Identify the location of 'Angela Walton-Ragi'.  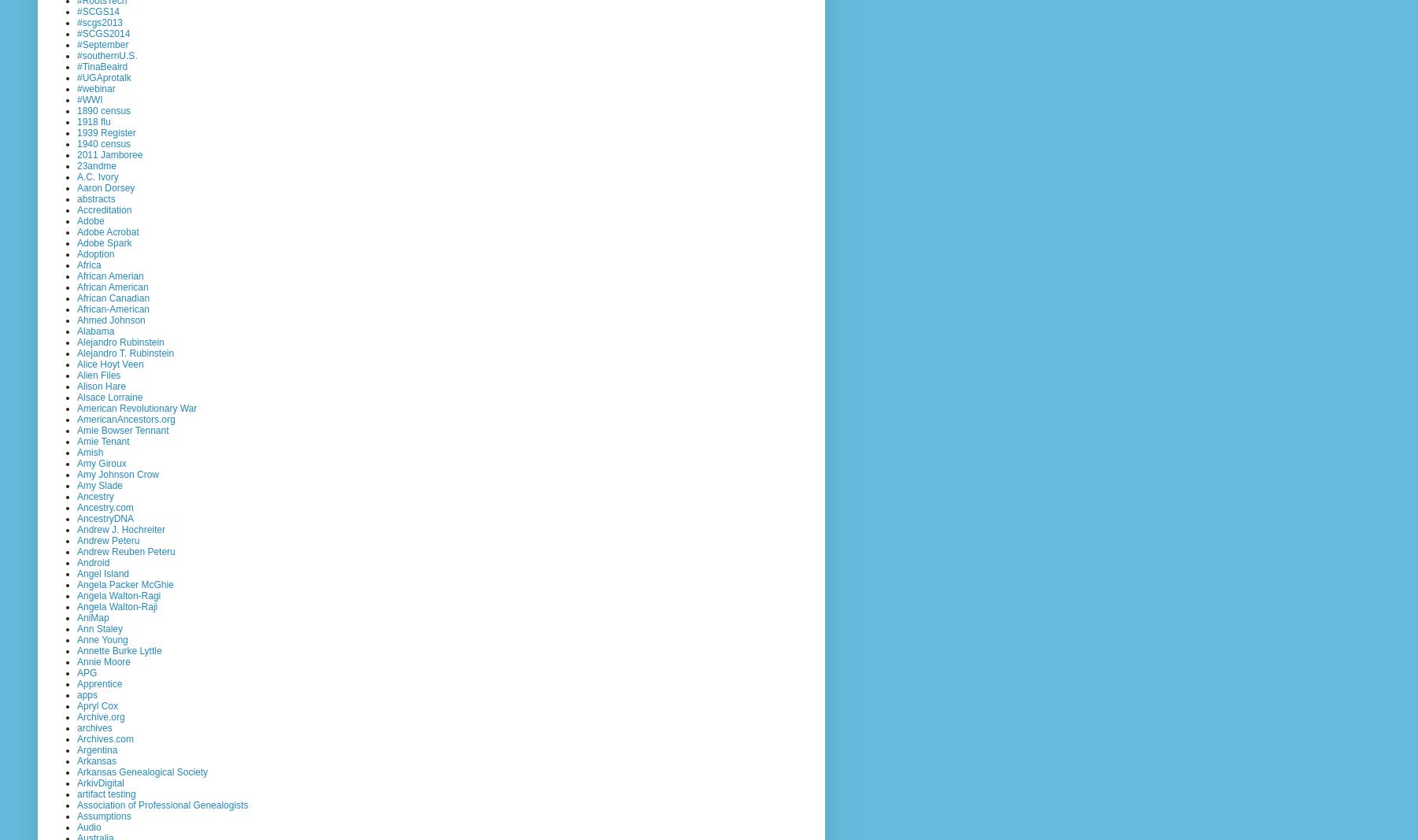
(118, 594).